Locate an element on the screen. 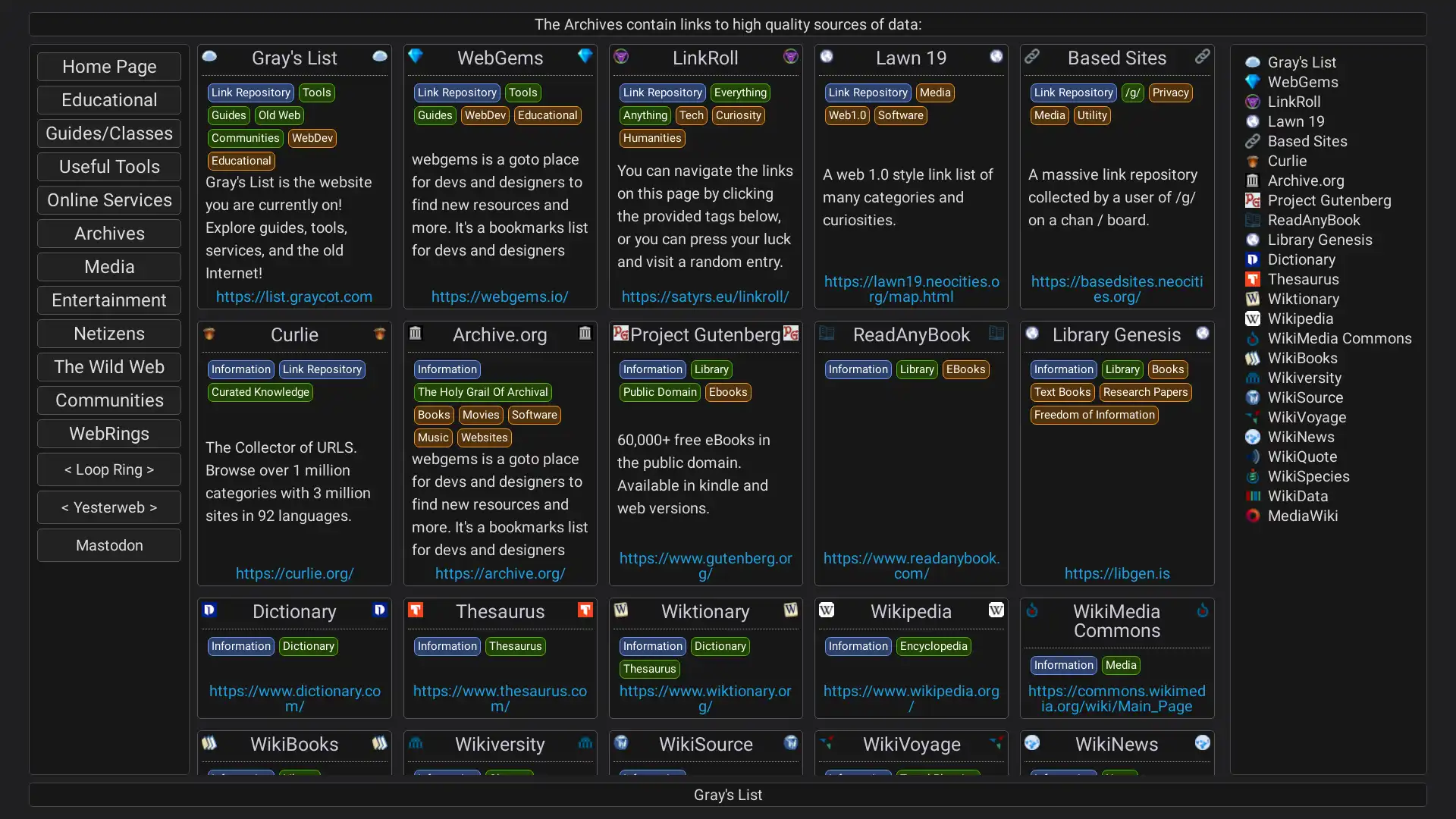 The image size is (1456, 819). < Yesterweb > is located at coordinates (108, 507).